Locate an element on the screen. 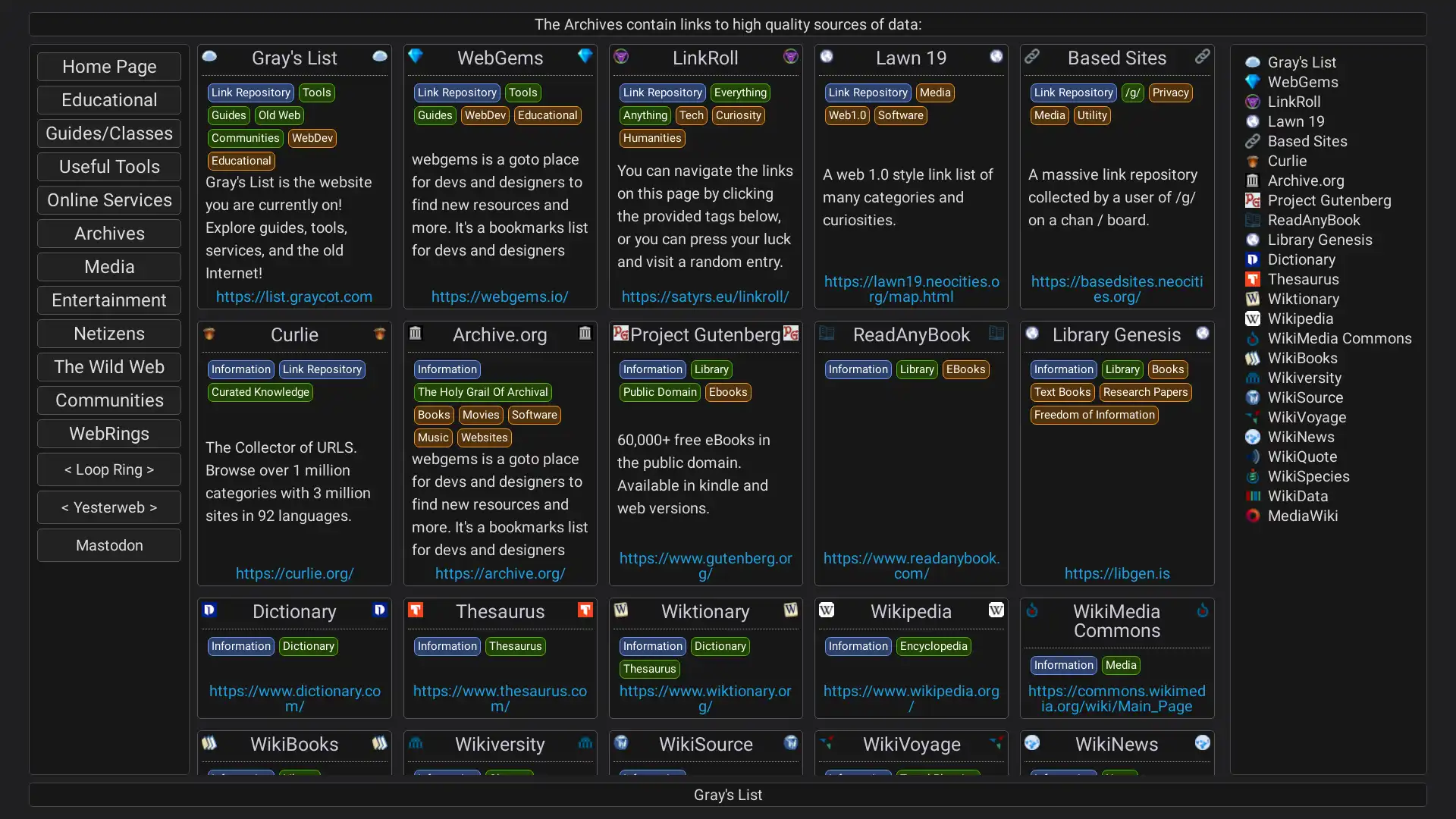 The image size is (1456, 819). < Yesterweb > is located at coordinates (108, 507).